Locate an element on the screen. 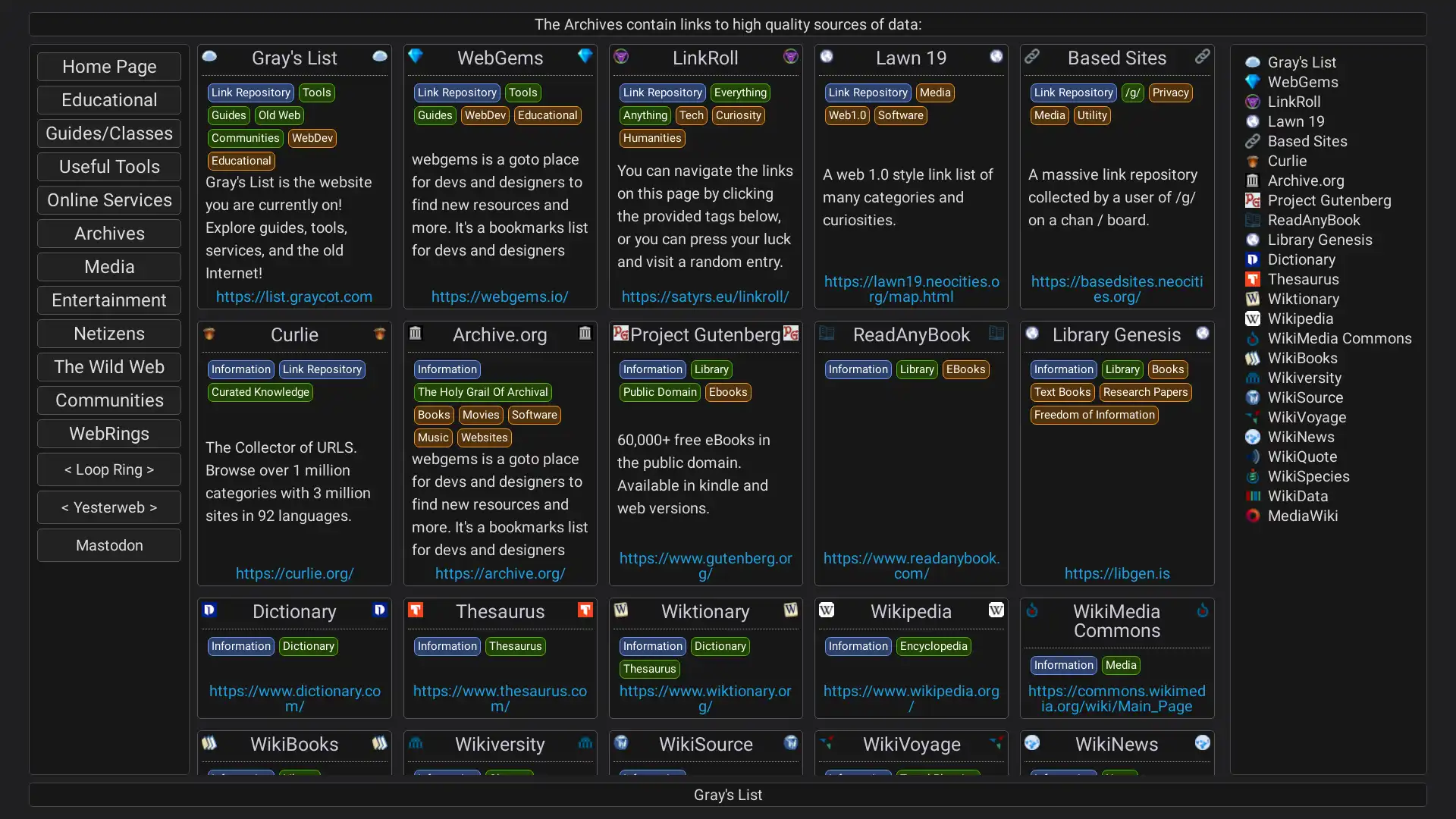 The image size is (1456, 819). < Yesterweb > is located at coordinates (108, 507).